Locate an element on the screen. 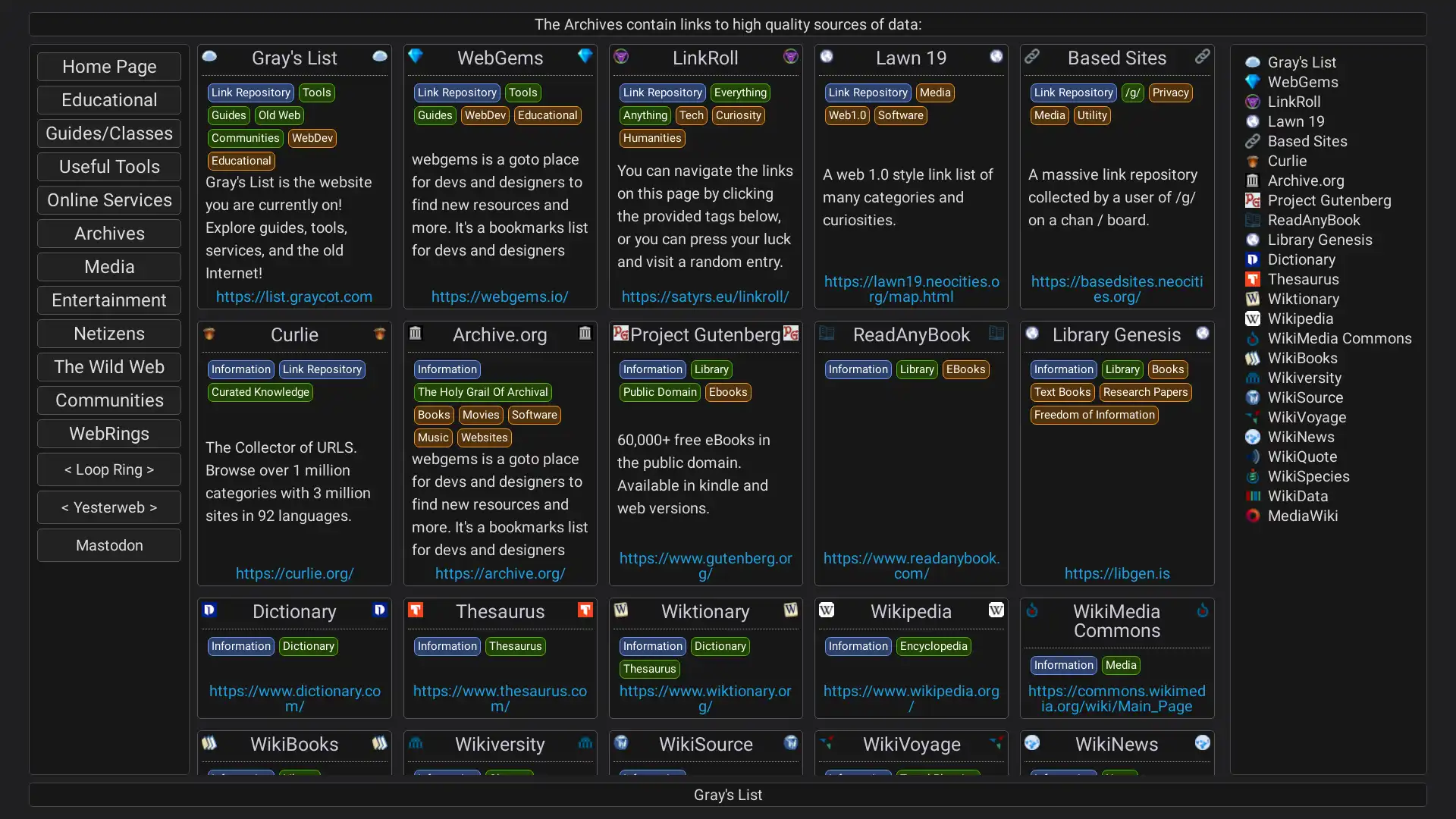 The image size is (1456, 819). < Yesterweb > is located at coordinates (108, 507).